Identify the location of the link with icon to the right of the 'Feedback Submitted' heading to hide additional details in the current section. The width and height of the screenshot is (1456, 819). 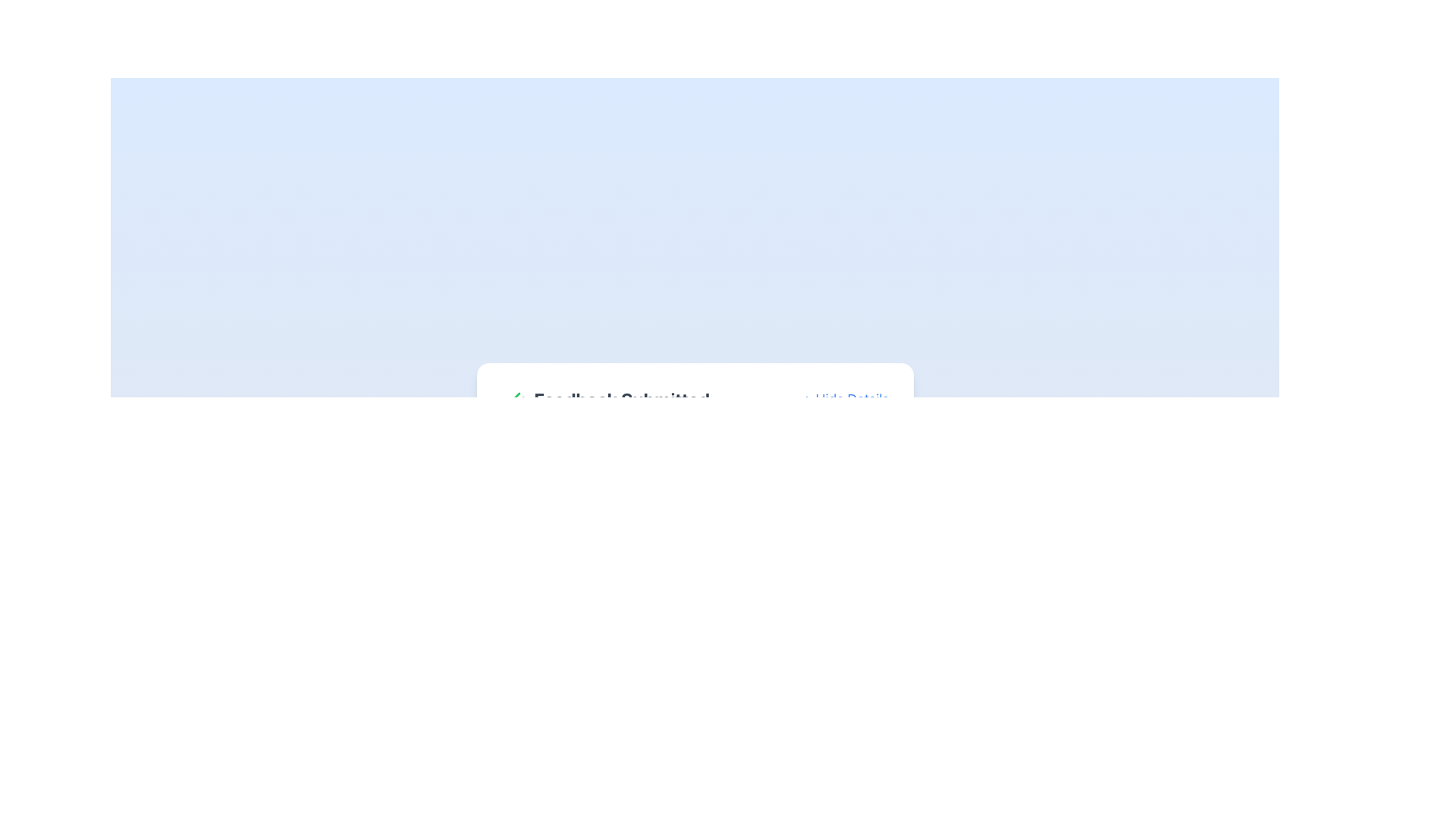
(843, 398).